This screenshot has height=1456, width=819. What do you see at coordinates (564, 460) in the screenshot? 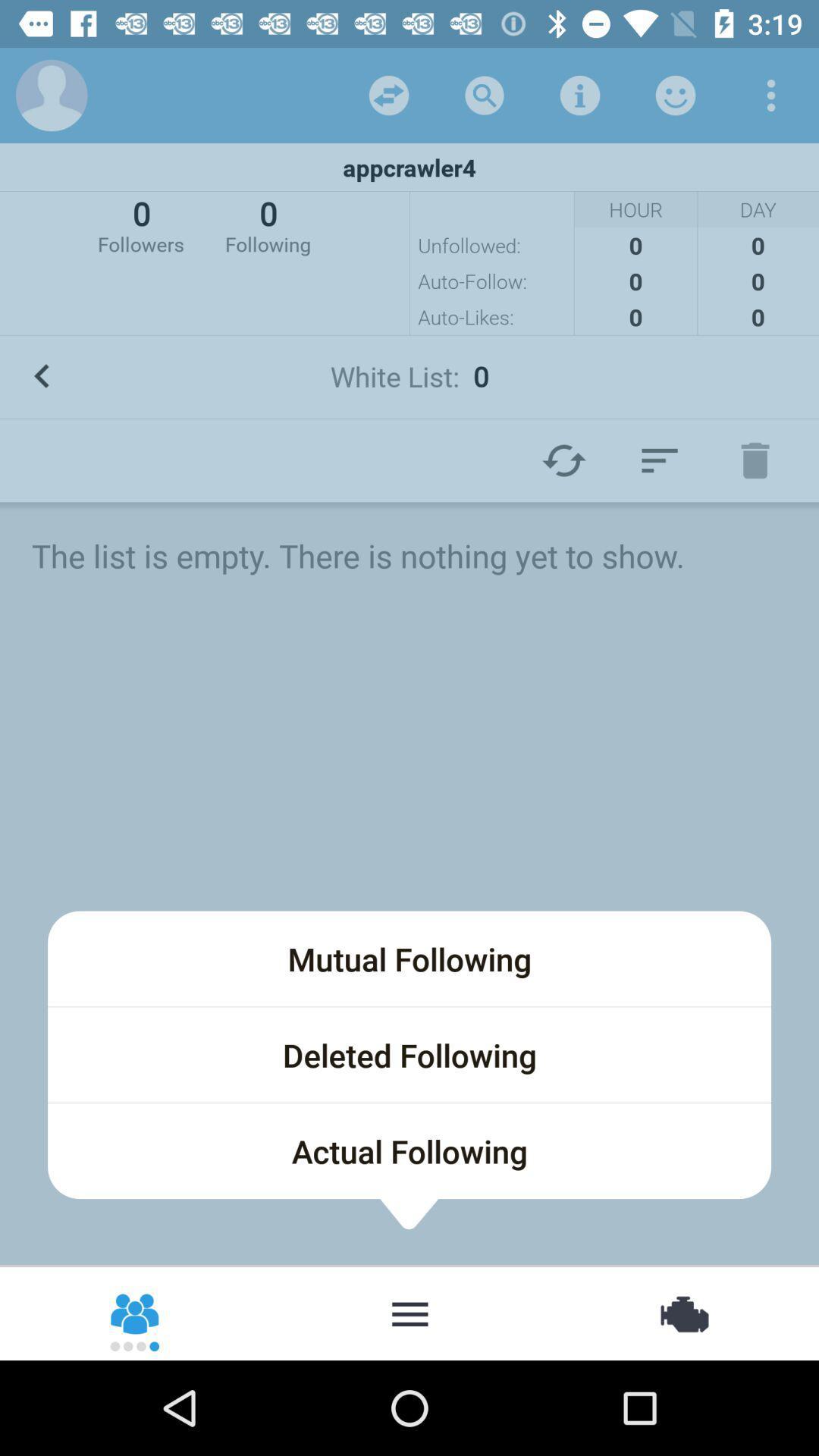
I see `the refresh icon` at bounding box center [564, 460].